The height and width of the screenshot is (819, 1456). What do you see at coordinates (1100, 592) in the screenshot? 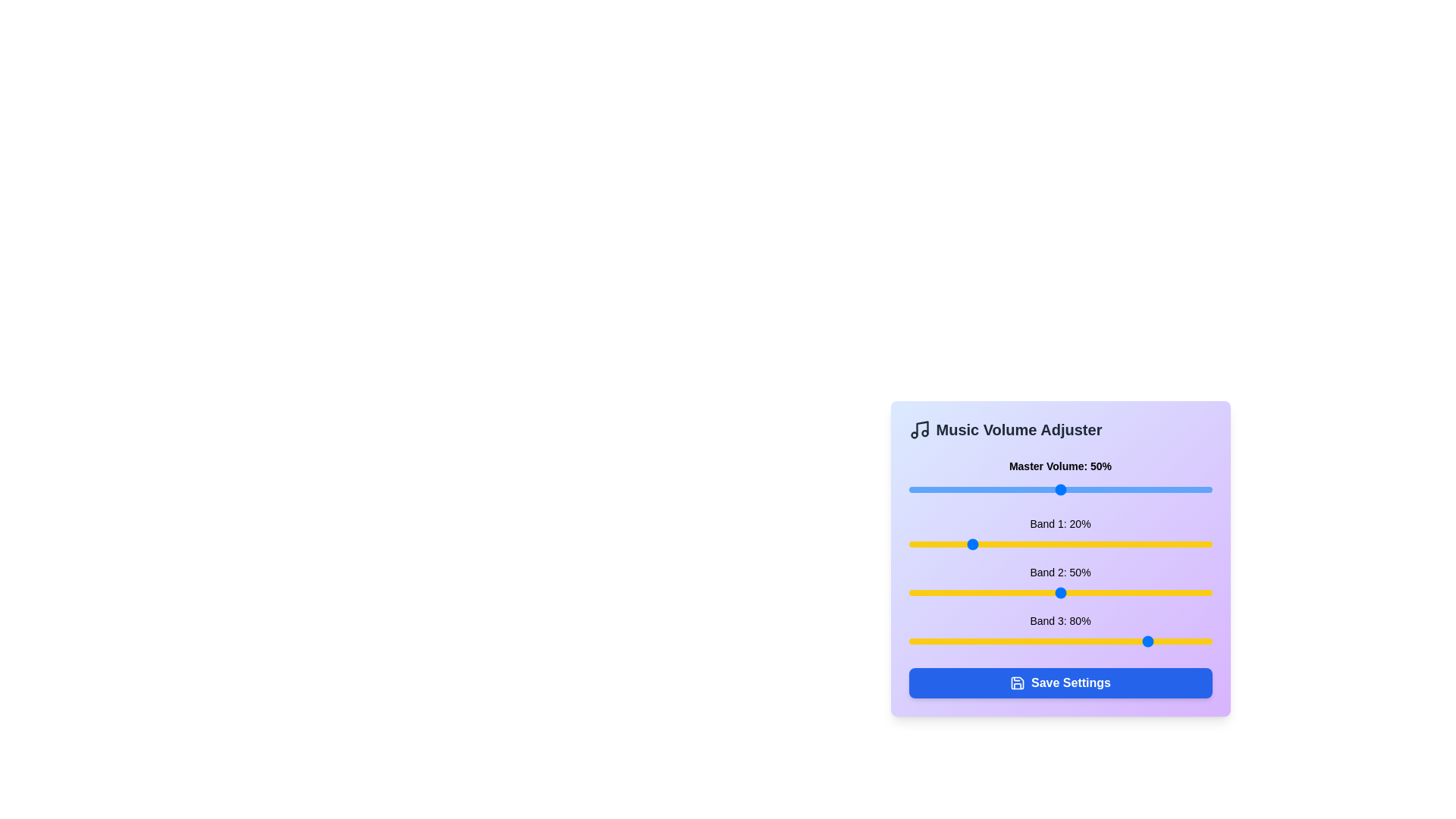
I see `'Band 2' value` at bounding box center [1100, 592].